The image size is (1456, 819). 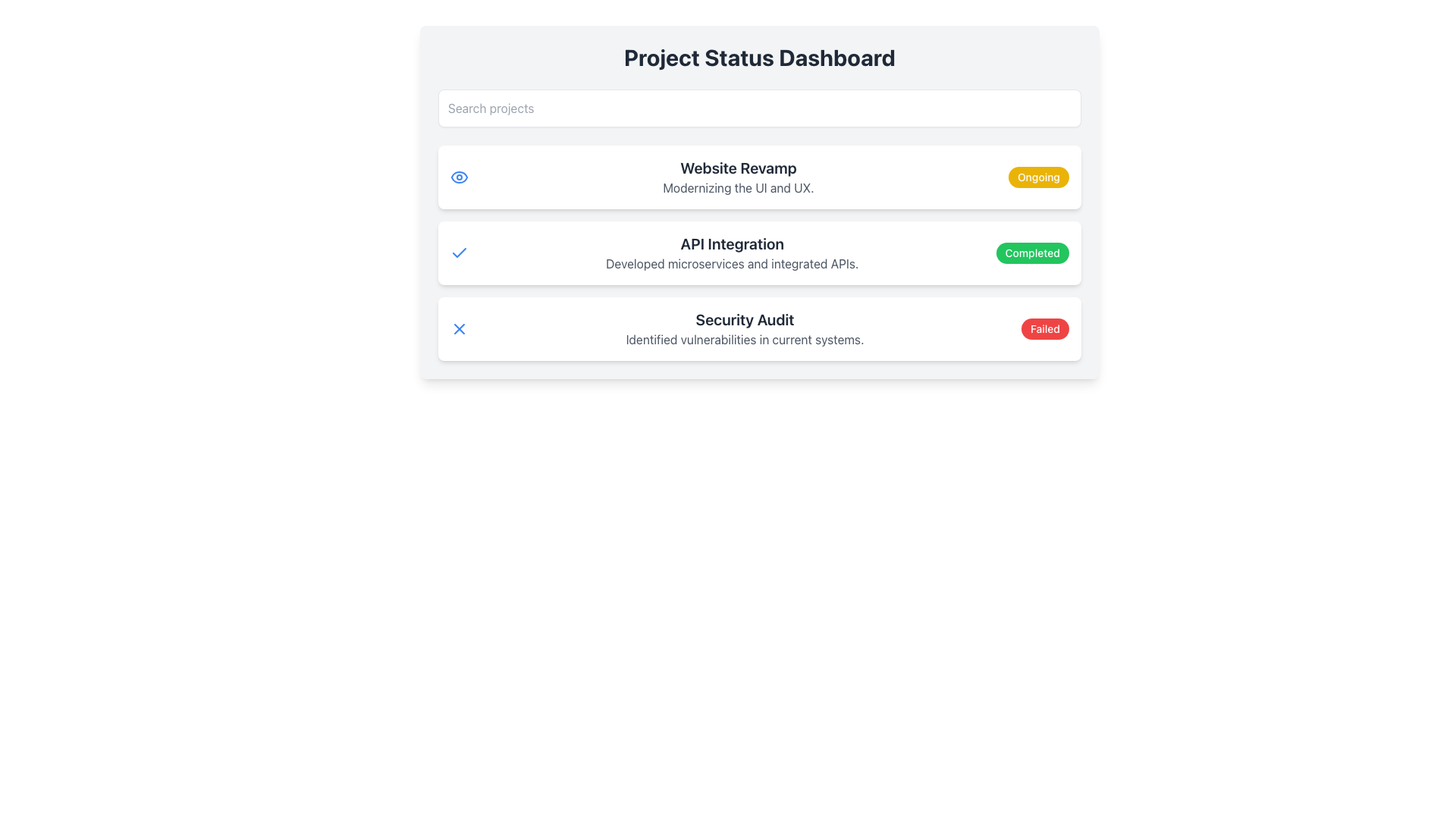 I want to click on the bottom-left to top-right diagonal line segment of the 'X' icon in the SVG graphic, which is located to the left of the 'Security Audit' row in the dashboard list, so click(x=458, y=328).